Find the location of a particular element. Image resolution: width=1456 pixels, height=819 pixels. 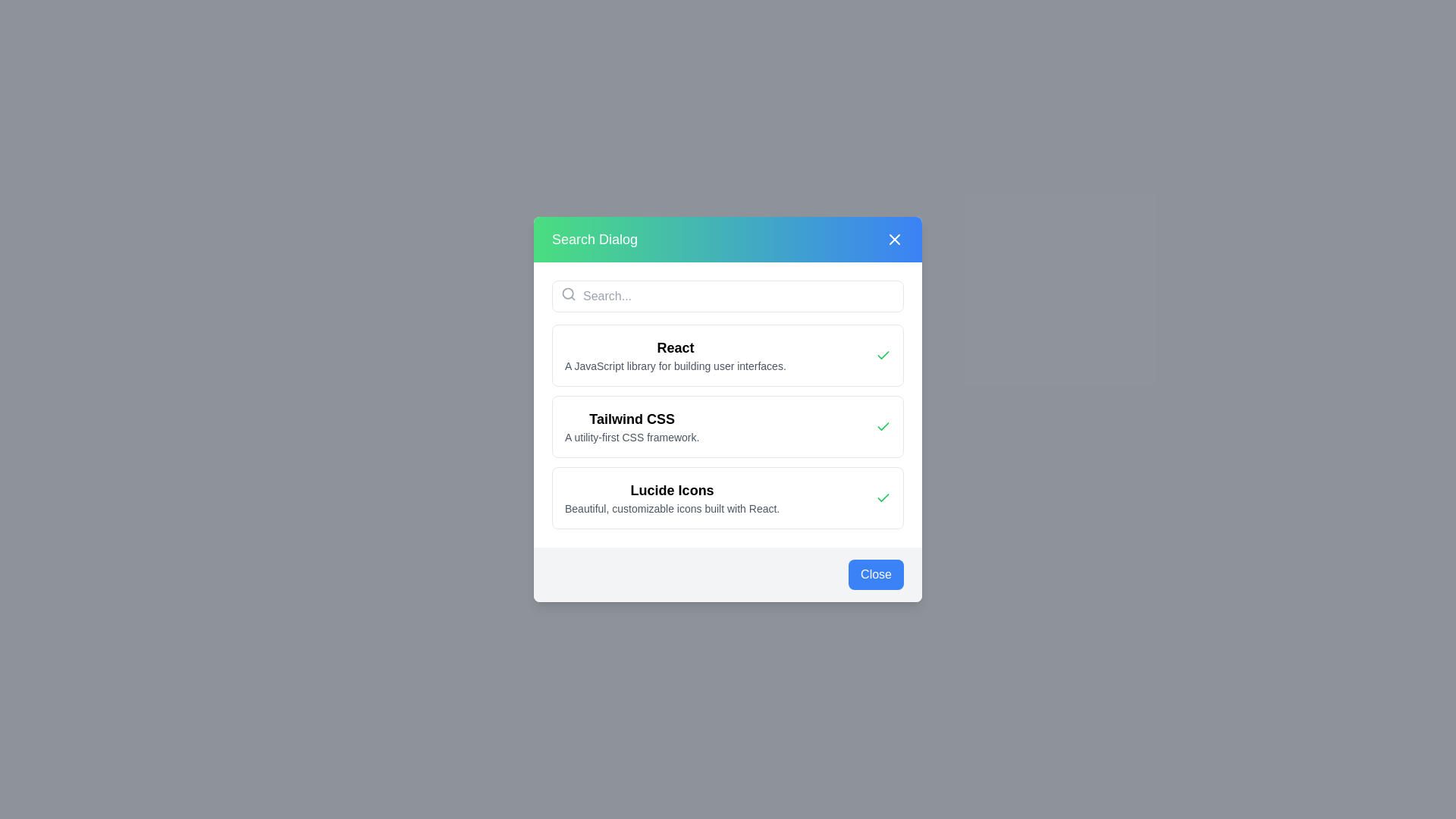

the 'React' text label element, which is styled in bold and larger font size, positioned at the top of its descriptive block is located at coordinates (674, 348).